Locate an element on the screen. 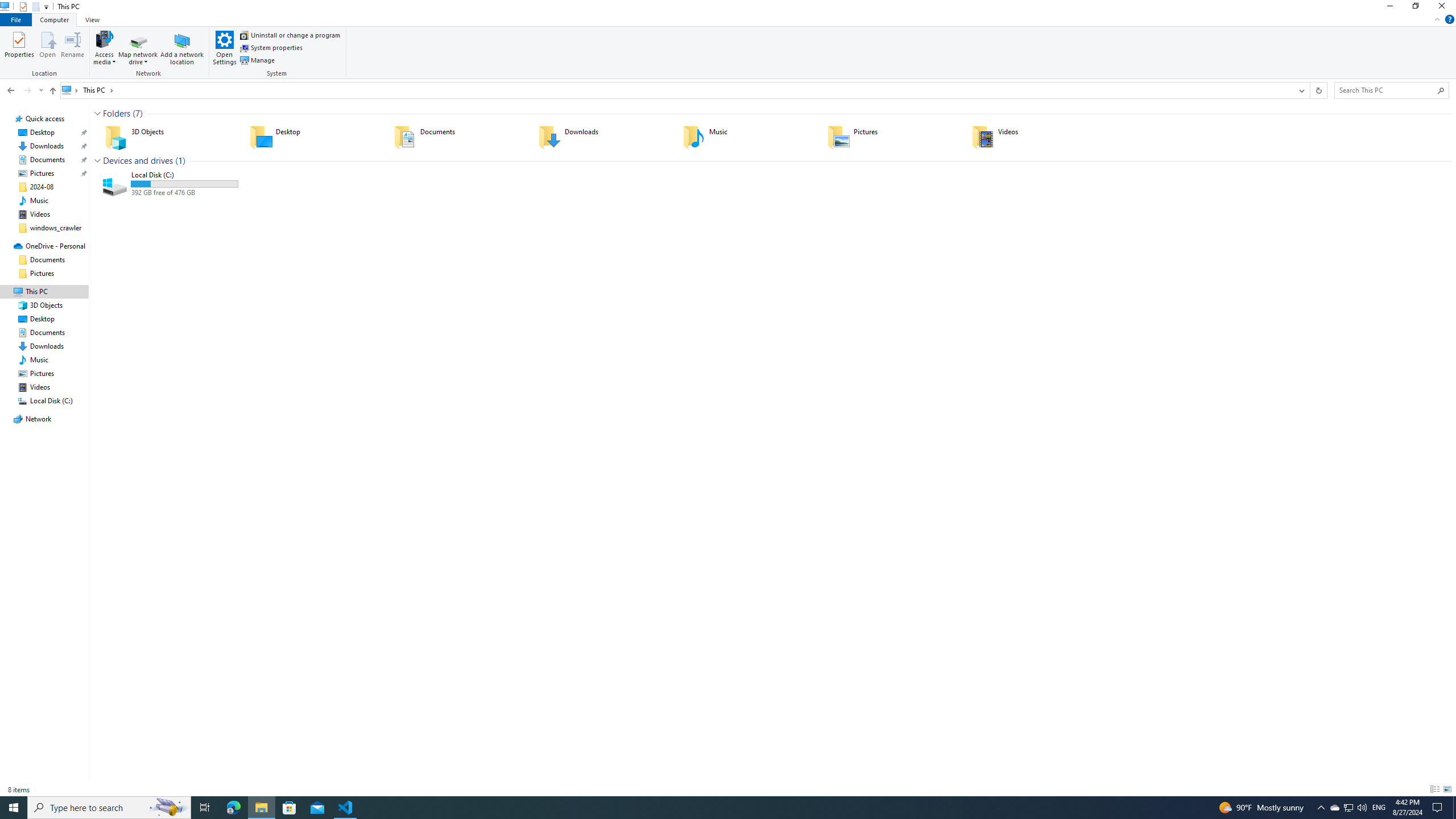  'Quick Access Toolbar' is located at coordinates (30, 6).